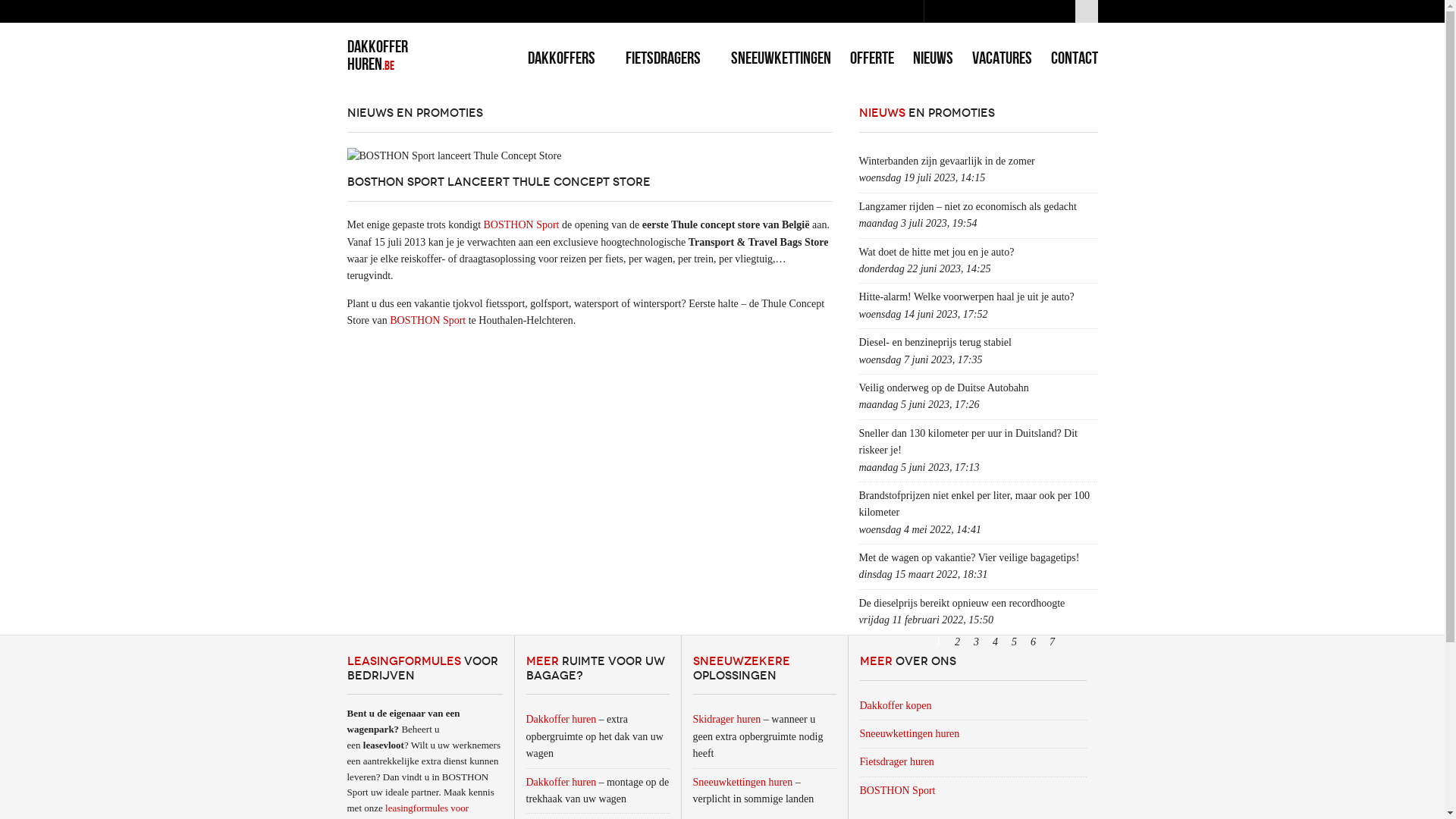 Image resolution: width=1456 pixels, height=819 pixels. Describe the element at coordinates (1090, 642) in the screenshot. I see `'Ga naar laatste pagina'` at that location.